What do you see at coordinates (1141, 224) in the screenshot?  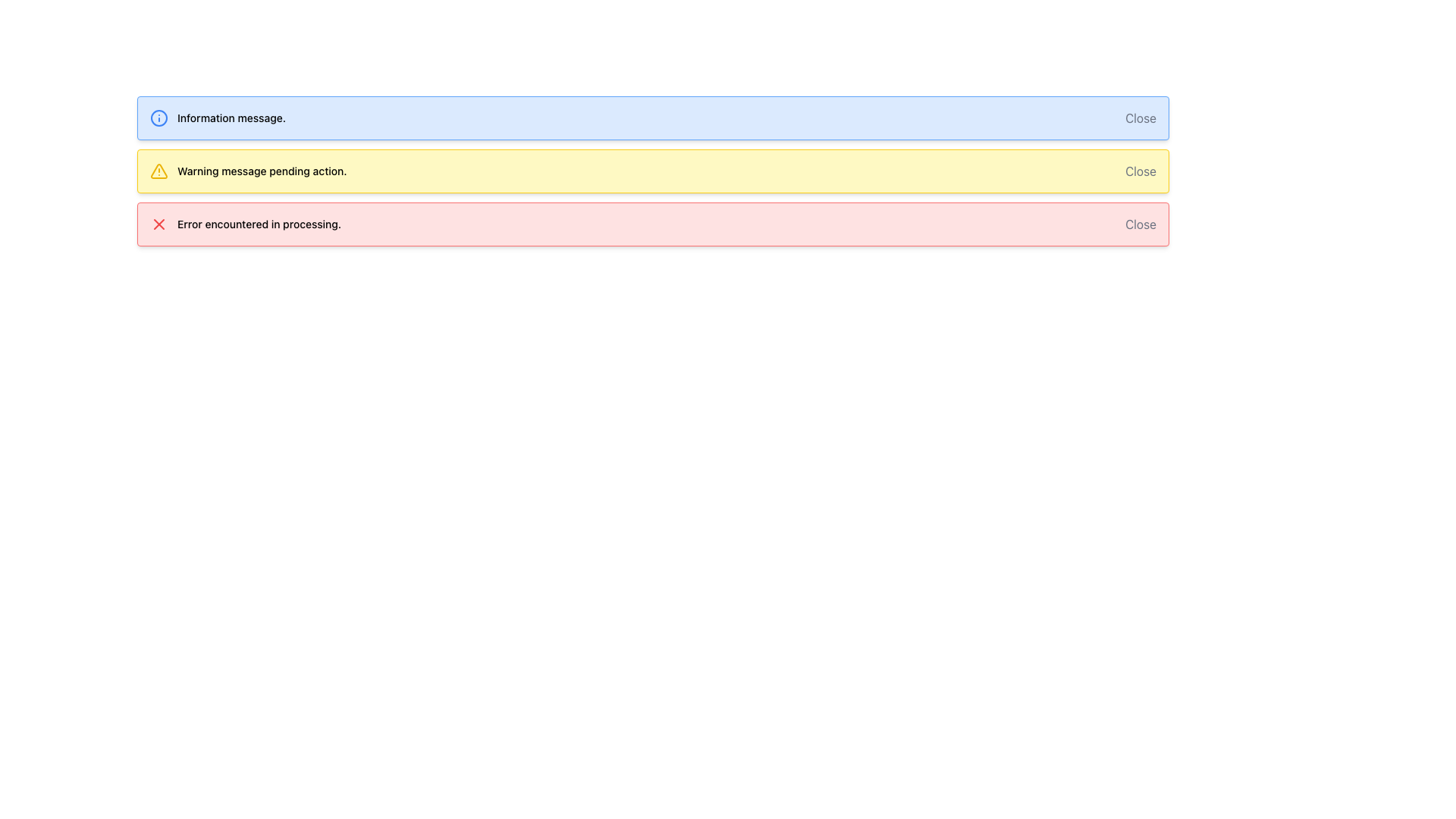 I see `the close button located at the far-right side of the error message panel to change its text color` at bounding box center [1141, 224].